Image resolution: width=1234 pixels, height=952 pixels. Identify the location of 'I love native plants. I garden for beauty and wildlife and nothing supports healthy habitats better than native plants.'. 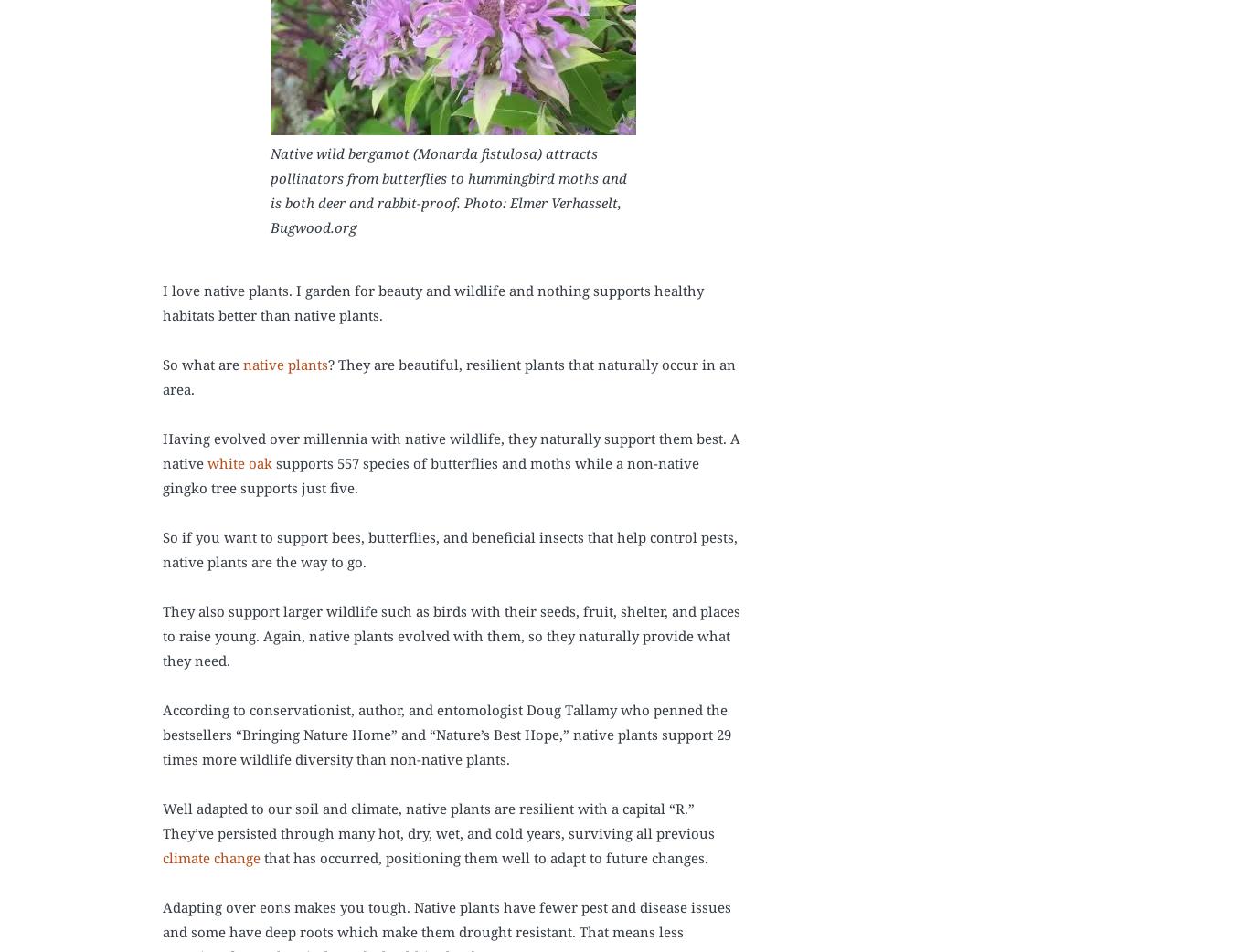
(431, 302).